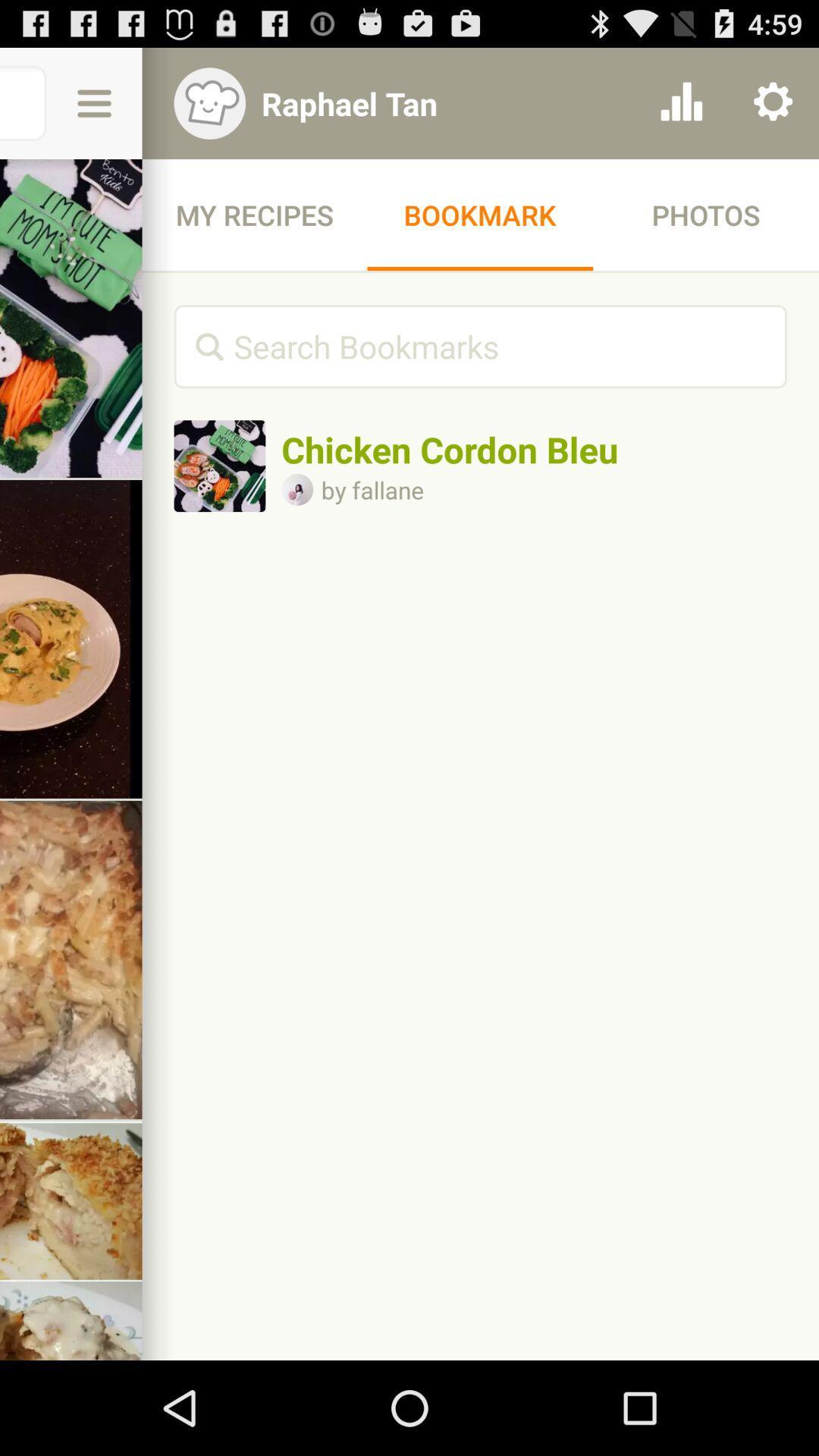 The image size is (819, 1456). I want to click on raphael tan icon, so click(441, 102).